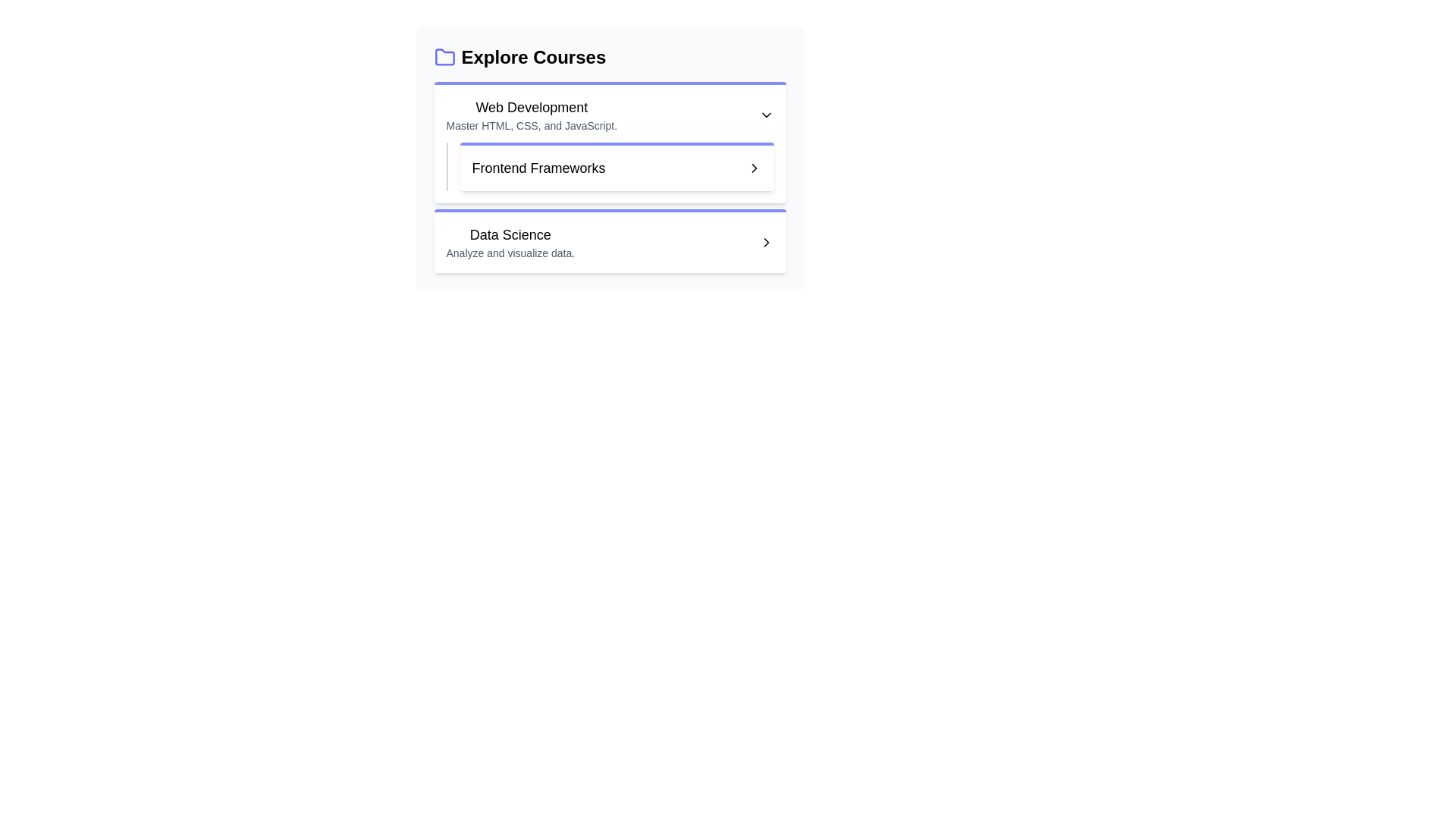 The image size is (1456, 819). I want to click on the 'Data Science' course module option in the list under the 'Explore Courses' section, so click(510, 242).